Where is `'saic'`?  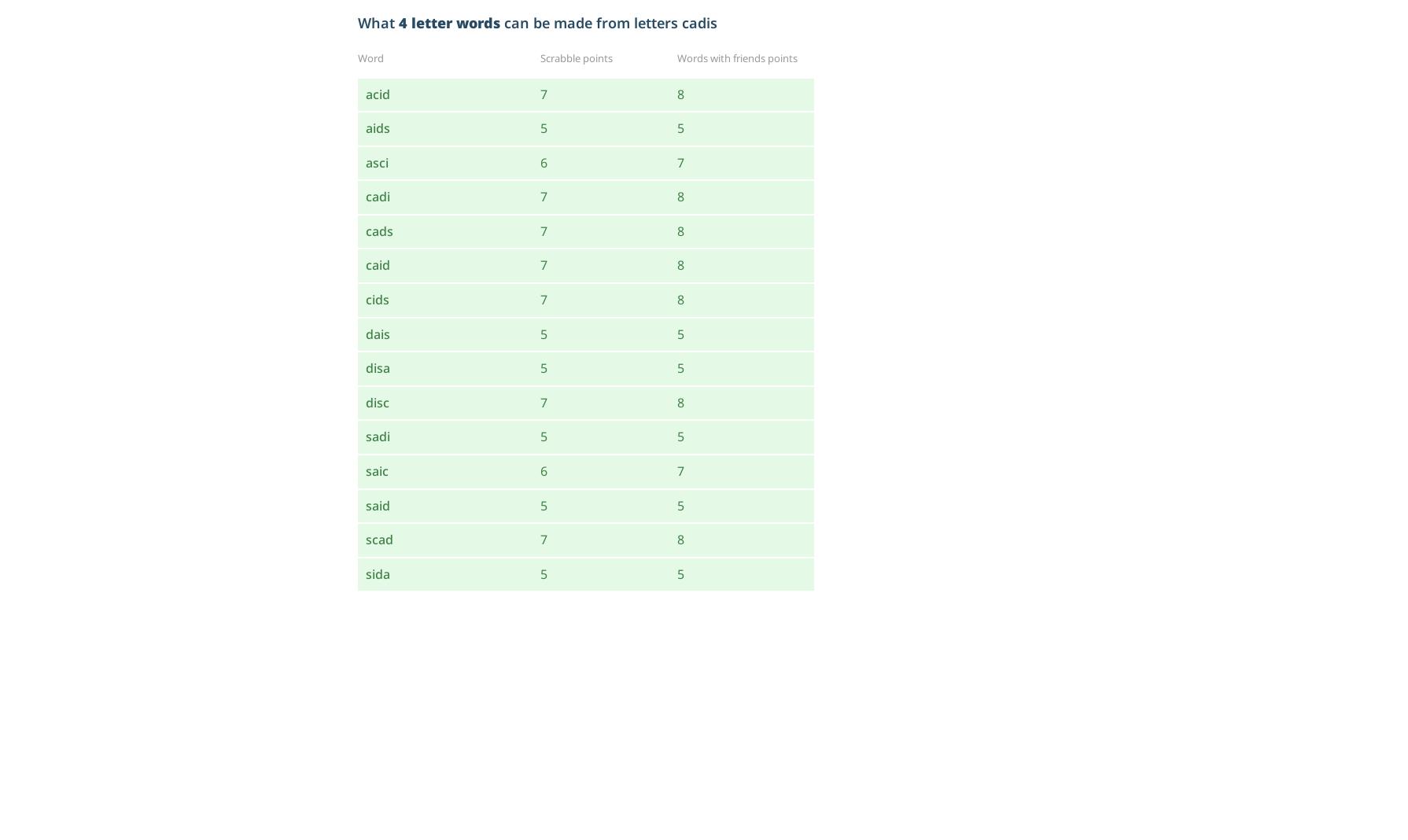
'saic' is located at coordinates (365, 470).